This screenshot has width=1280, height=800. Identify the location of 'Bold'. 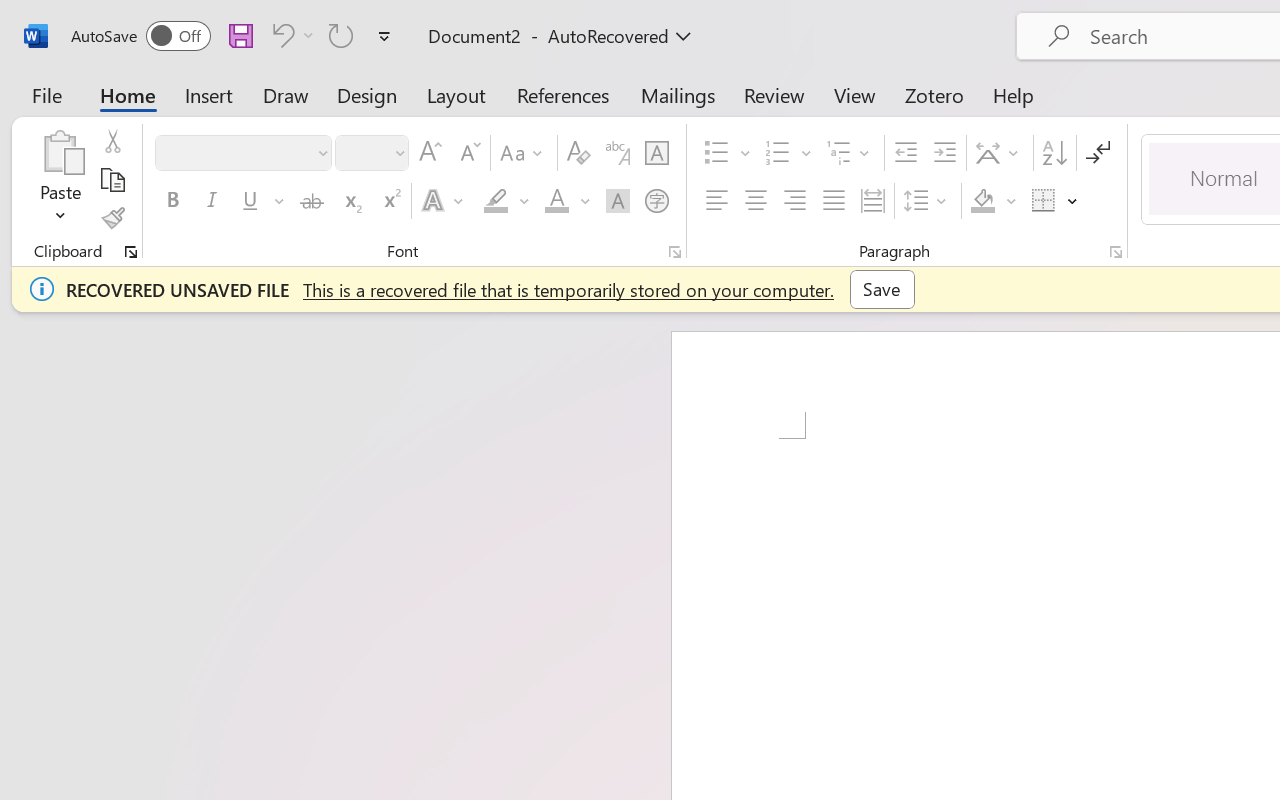
(172, 201).